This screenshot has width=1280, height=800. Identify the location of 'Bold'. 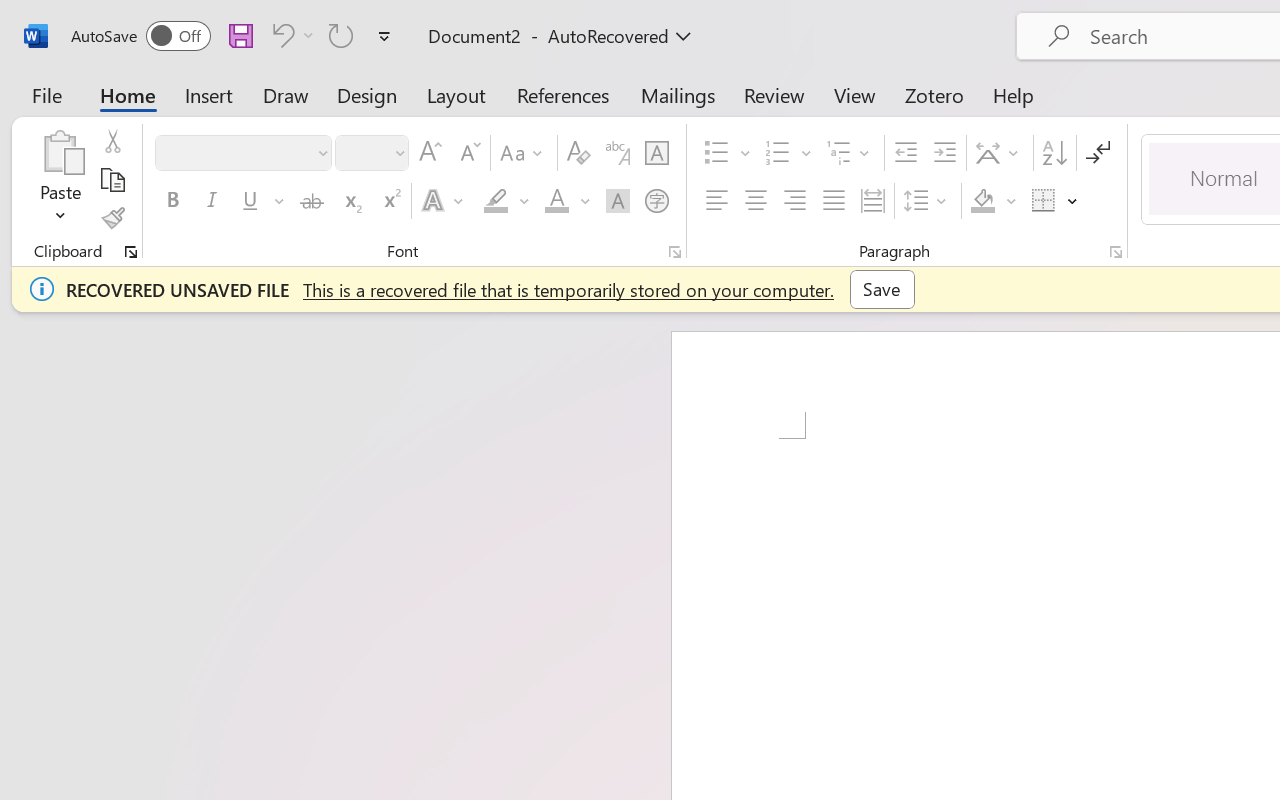
(172, 201).